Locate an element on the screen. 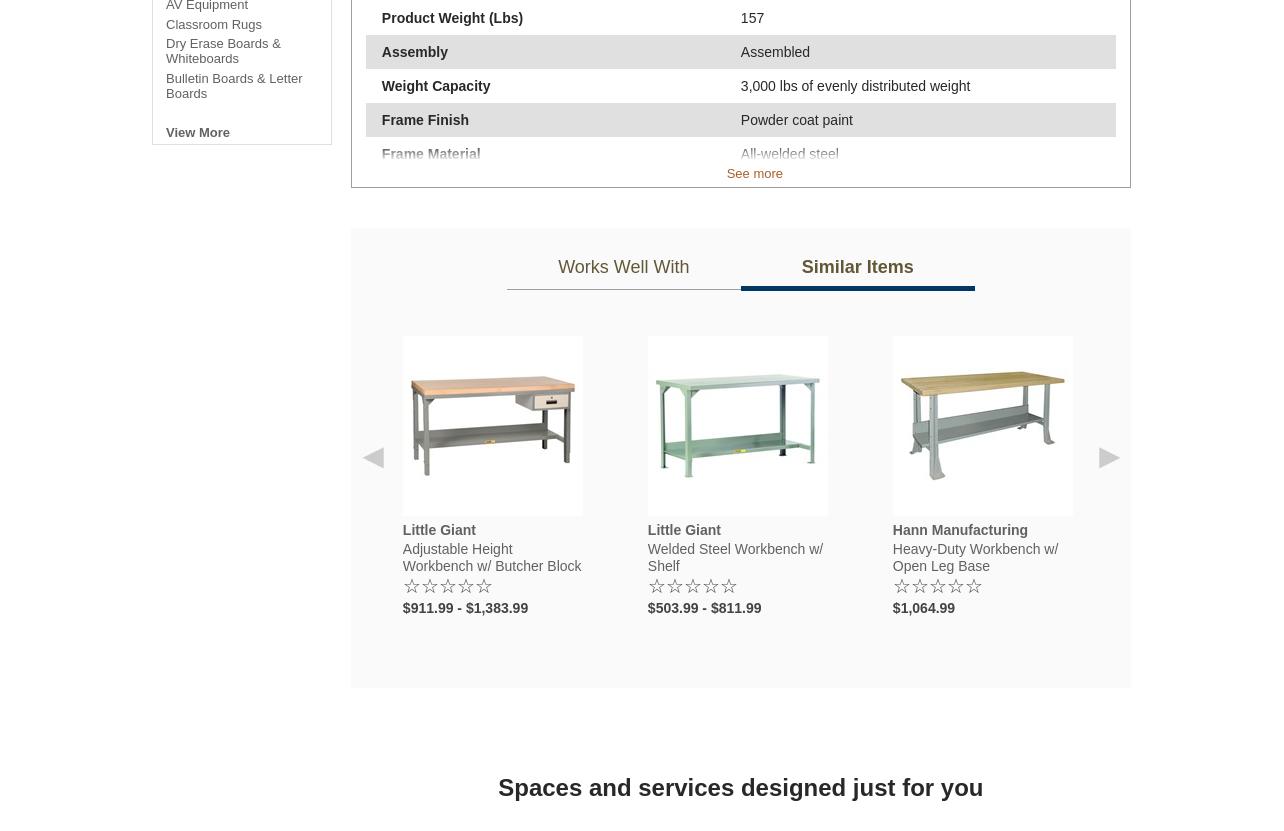 The width and height of the screenshot is (1284, 831). '24" W' is located at coordinates (758, 221).